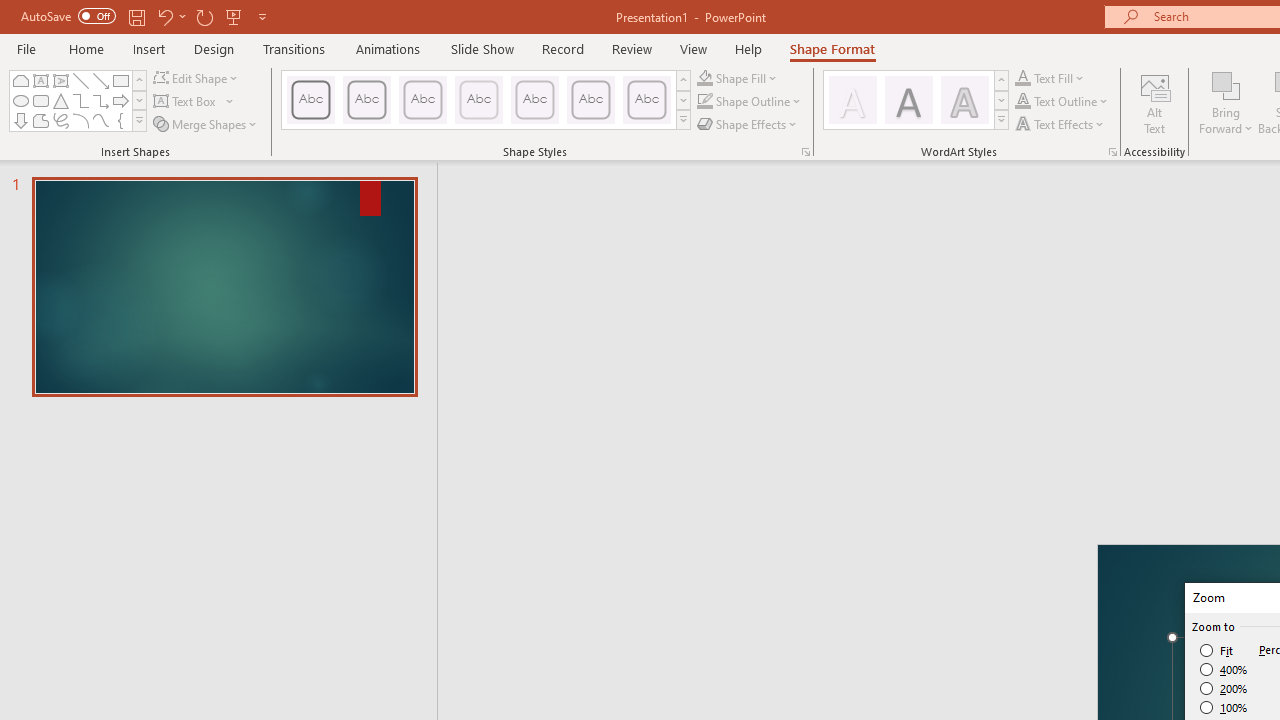 Image resolution: width=1280 pixels, height=720 pixels. Describe the element at coordinates (1062, 101) in the screenshot. I see `'Text Outline'` at that location.